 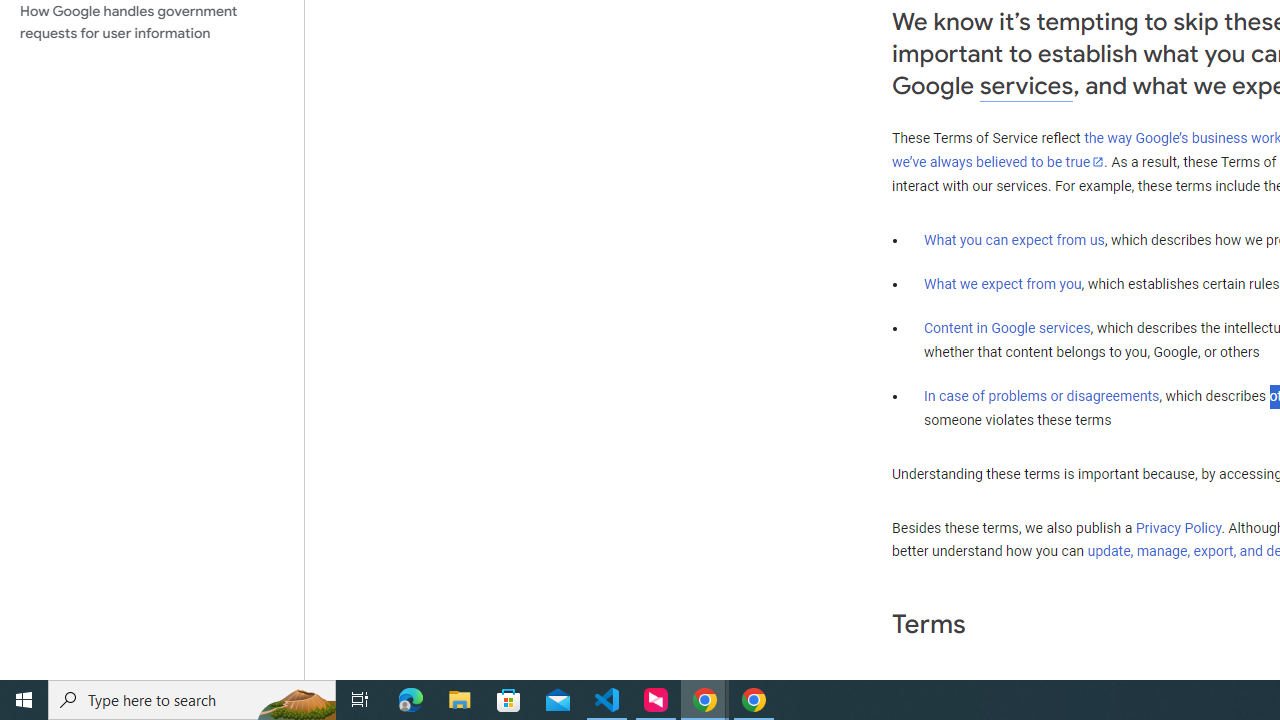 I want to click on 'What you can expect from us', so click(x=1014, y=239).